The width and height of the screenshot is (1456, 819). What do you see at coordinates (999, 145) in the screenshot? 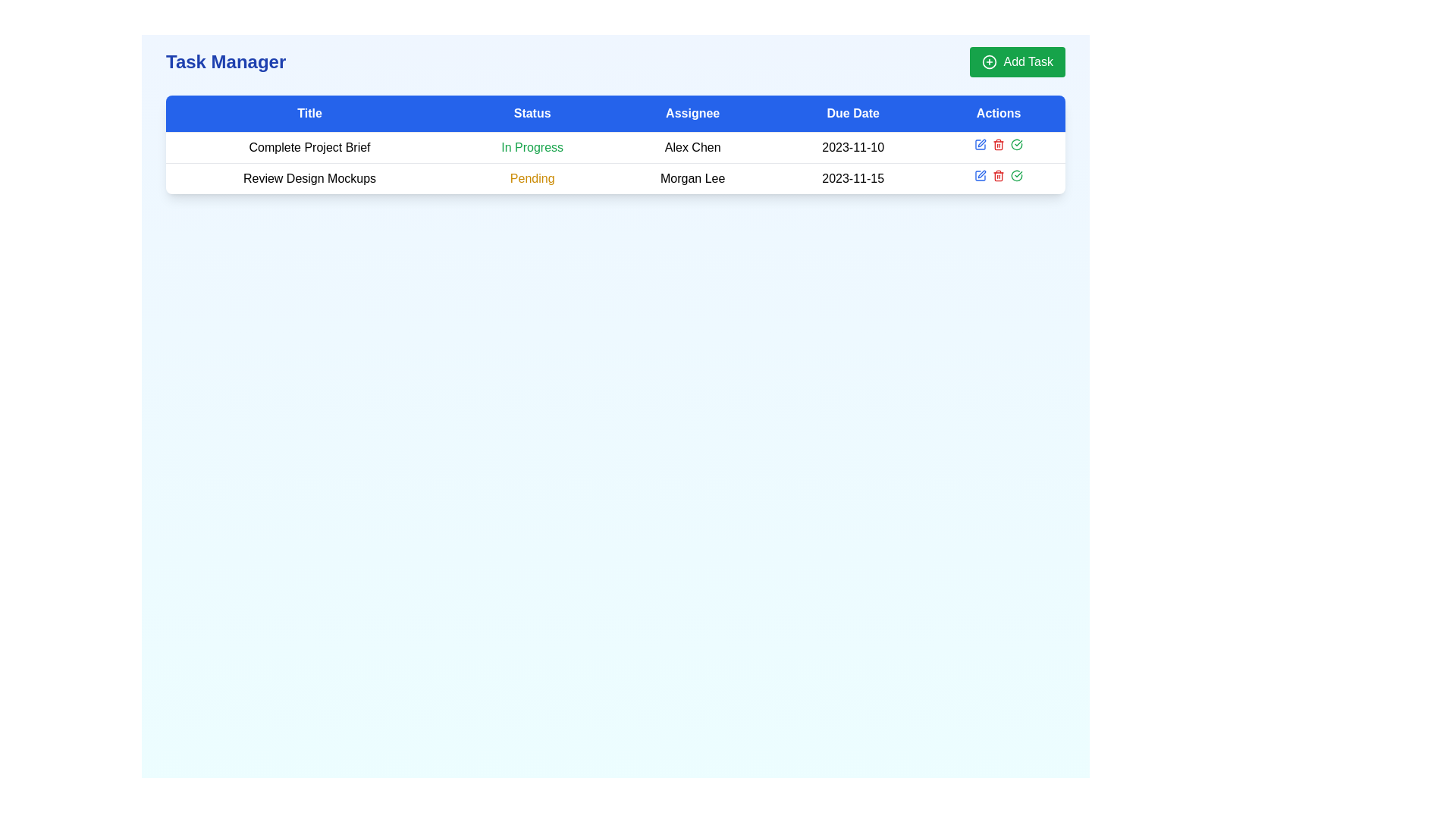
I see `the red trash can icon in the 'Actions' column of the task list table` at bounding box center [999, 145].